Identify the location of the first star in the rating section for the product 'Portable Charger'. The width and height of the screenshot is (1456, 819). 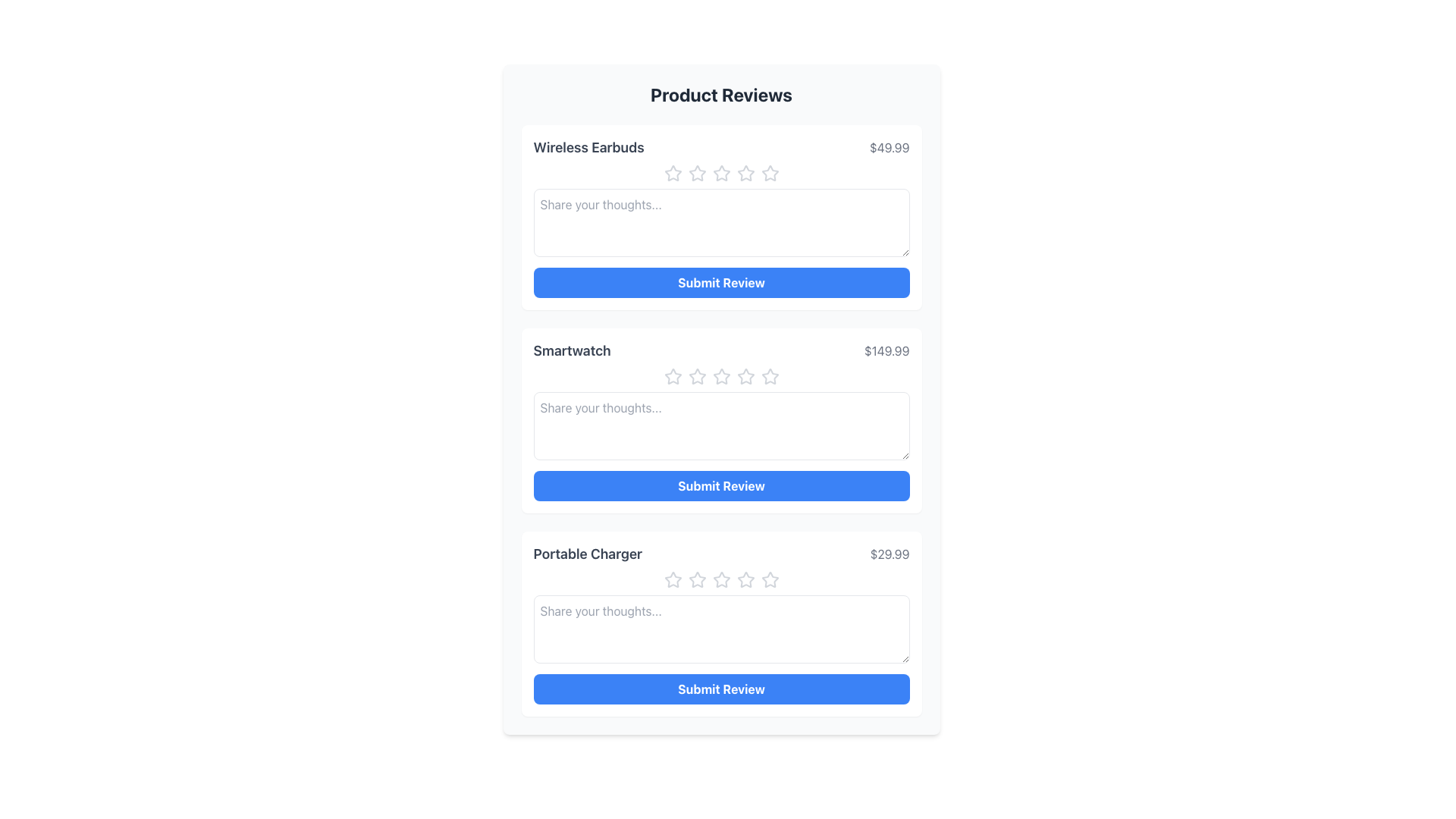
(672, 579).